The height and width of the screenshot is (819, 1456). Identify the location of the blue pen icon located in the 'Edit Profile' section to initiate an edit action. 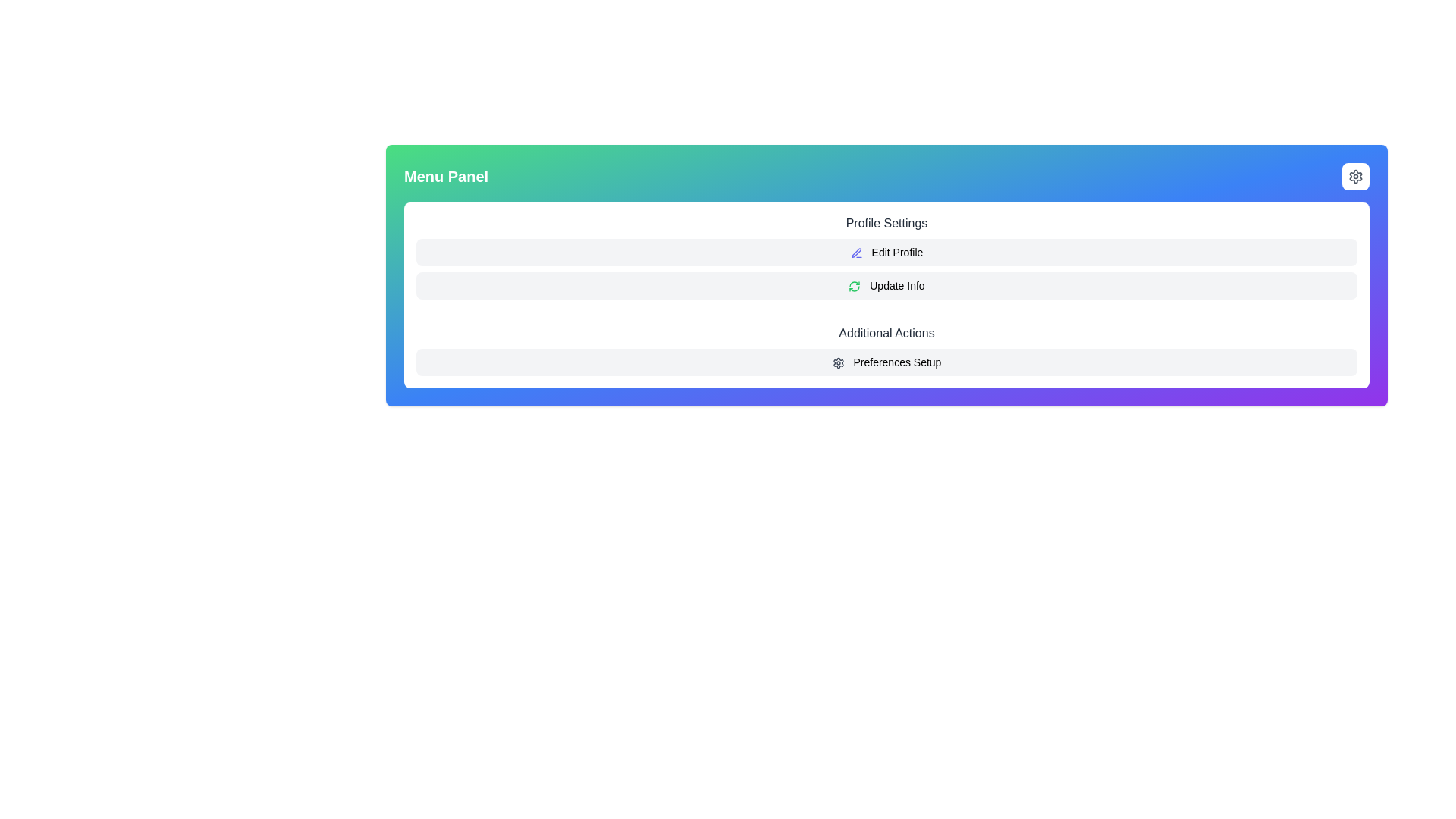
(856, 253).